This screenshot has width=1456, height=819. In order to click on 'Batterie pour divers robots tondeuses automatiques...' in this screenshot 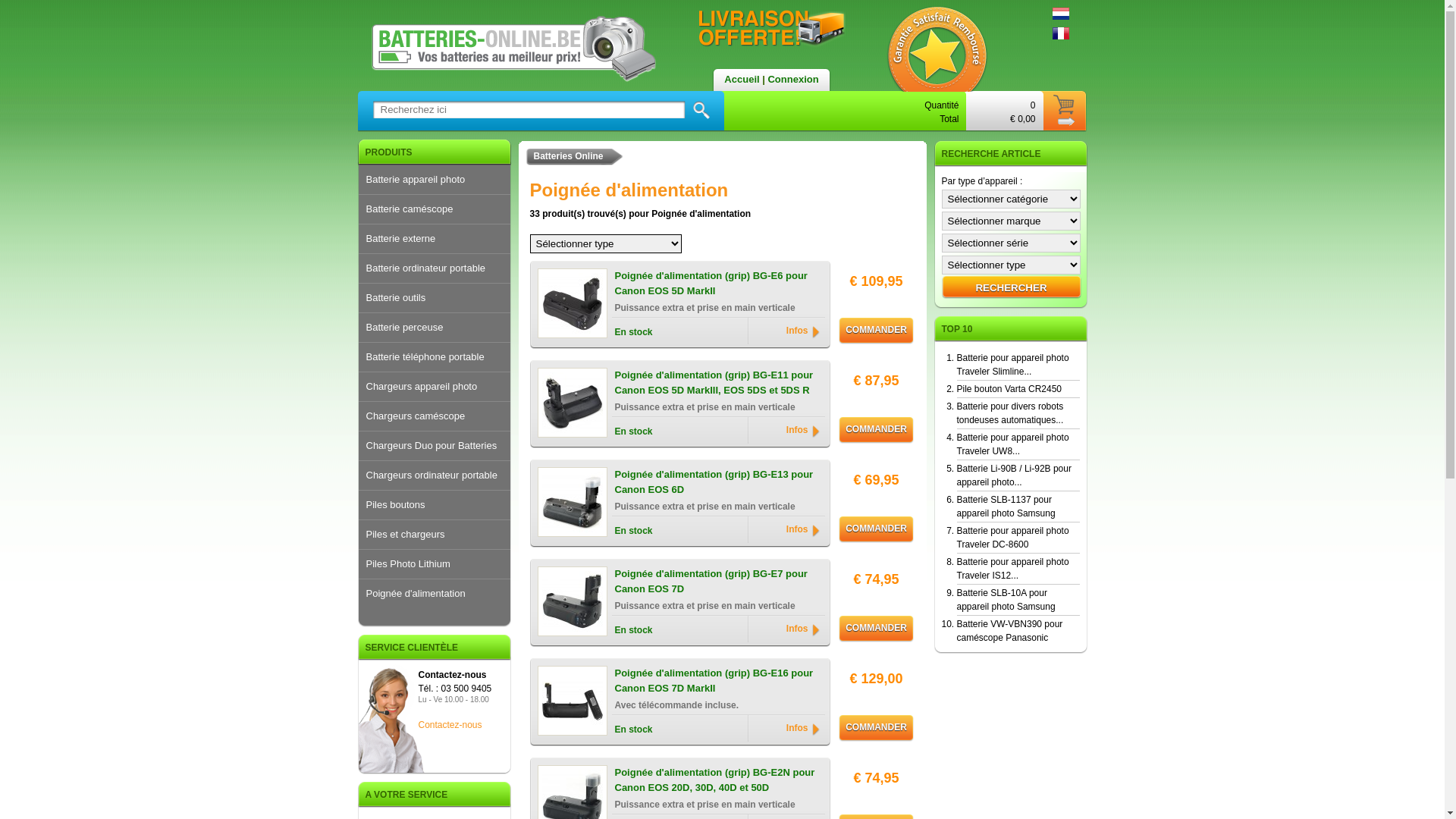, I will do `click(1010, 413)`.